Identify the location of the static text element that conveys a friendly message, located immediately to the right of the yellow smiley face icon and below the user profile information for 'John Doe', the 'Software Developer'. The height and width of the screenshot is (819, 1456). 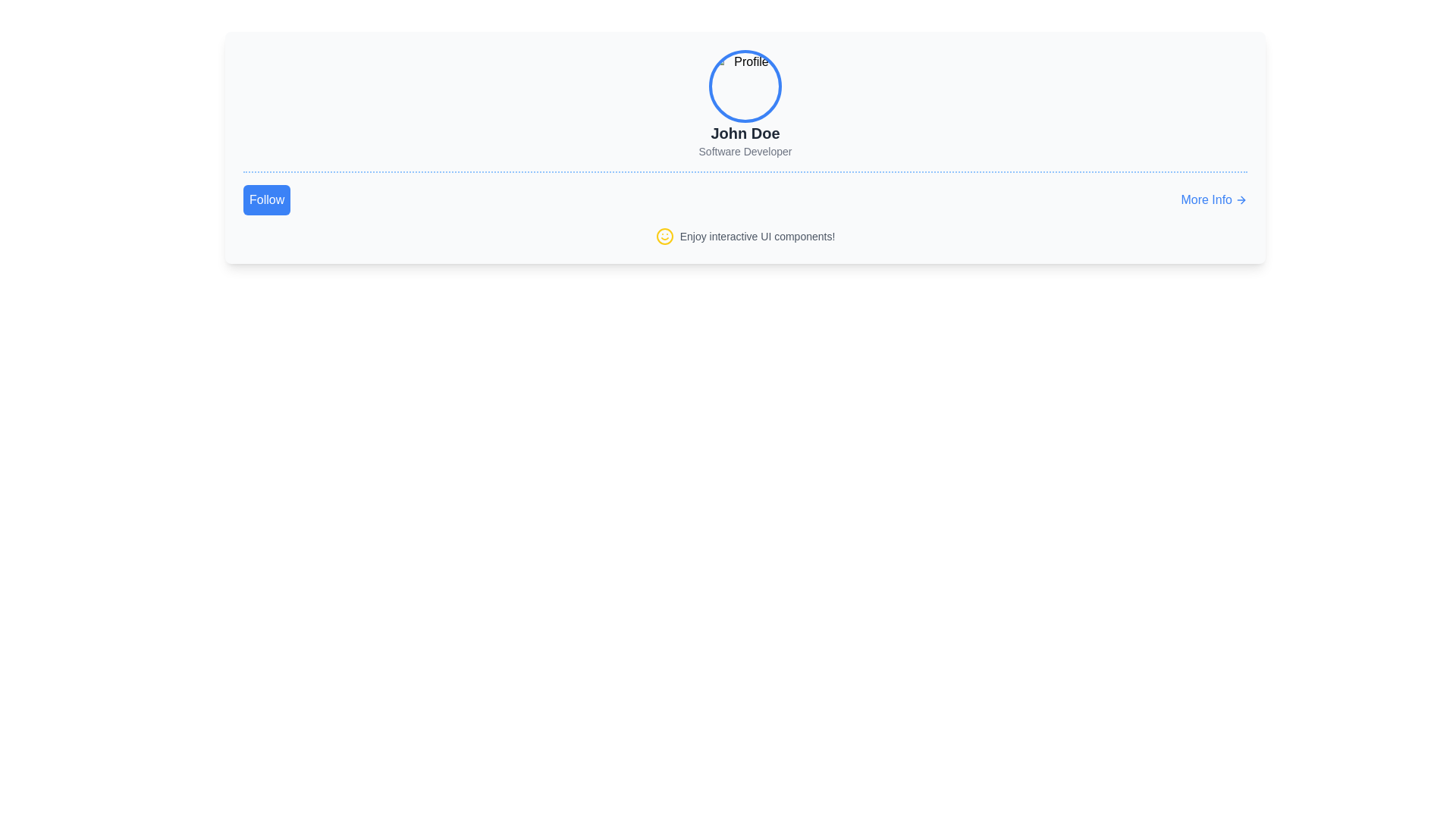
(757, 237).